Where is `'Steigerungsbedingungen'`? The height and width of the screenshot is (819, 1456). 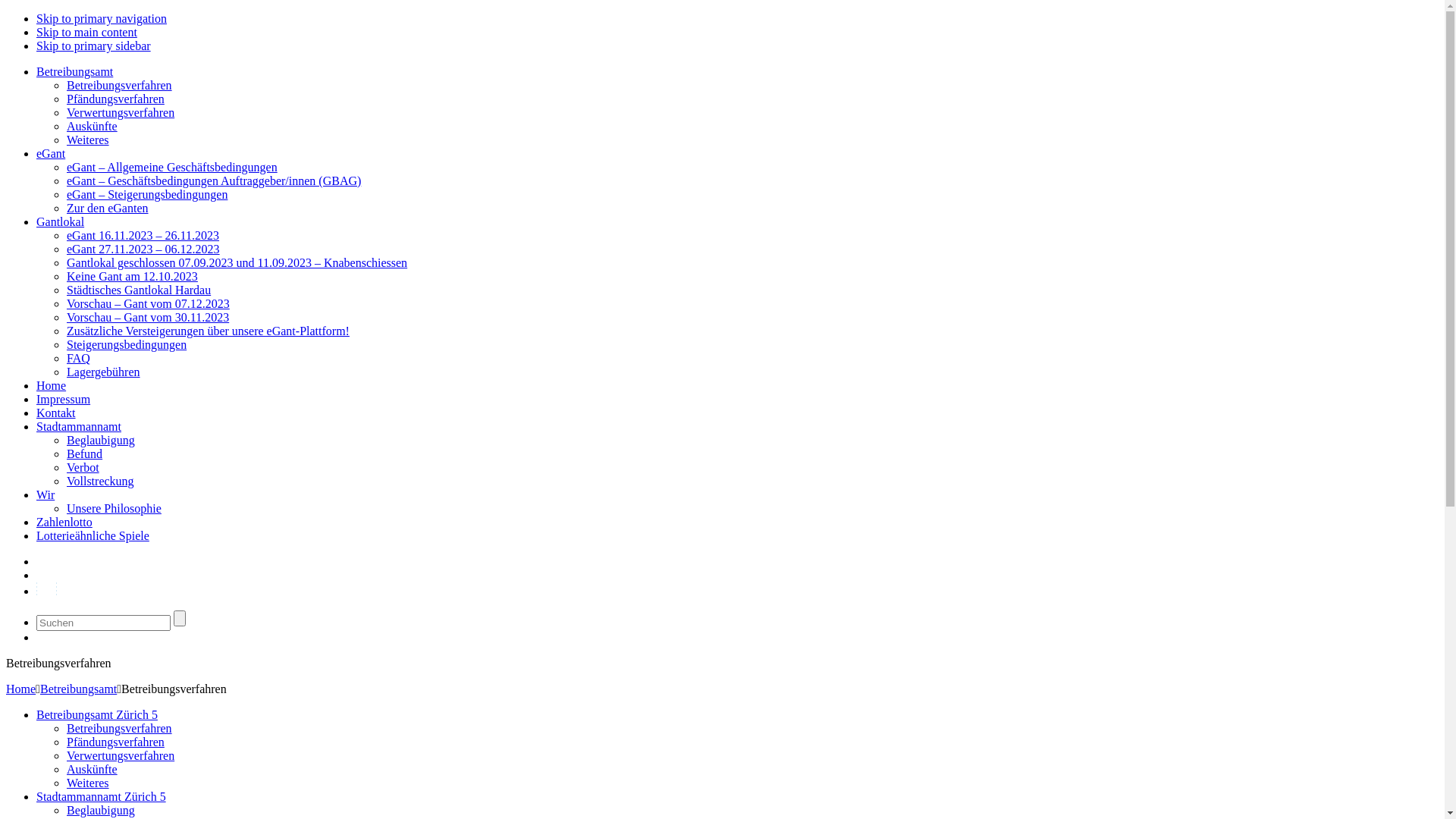 'Steigerungsbedingungen' is located at coordinates (127, 344).